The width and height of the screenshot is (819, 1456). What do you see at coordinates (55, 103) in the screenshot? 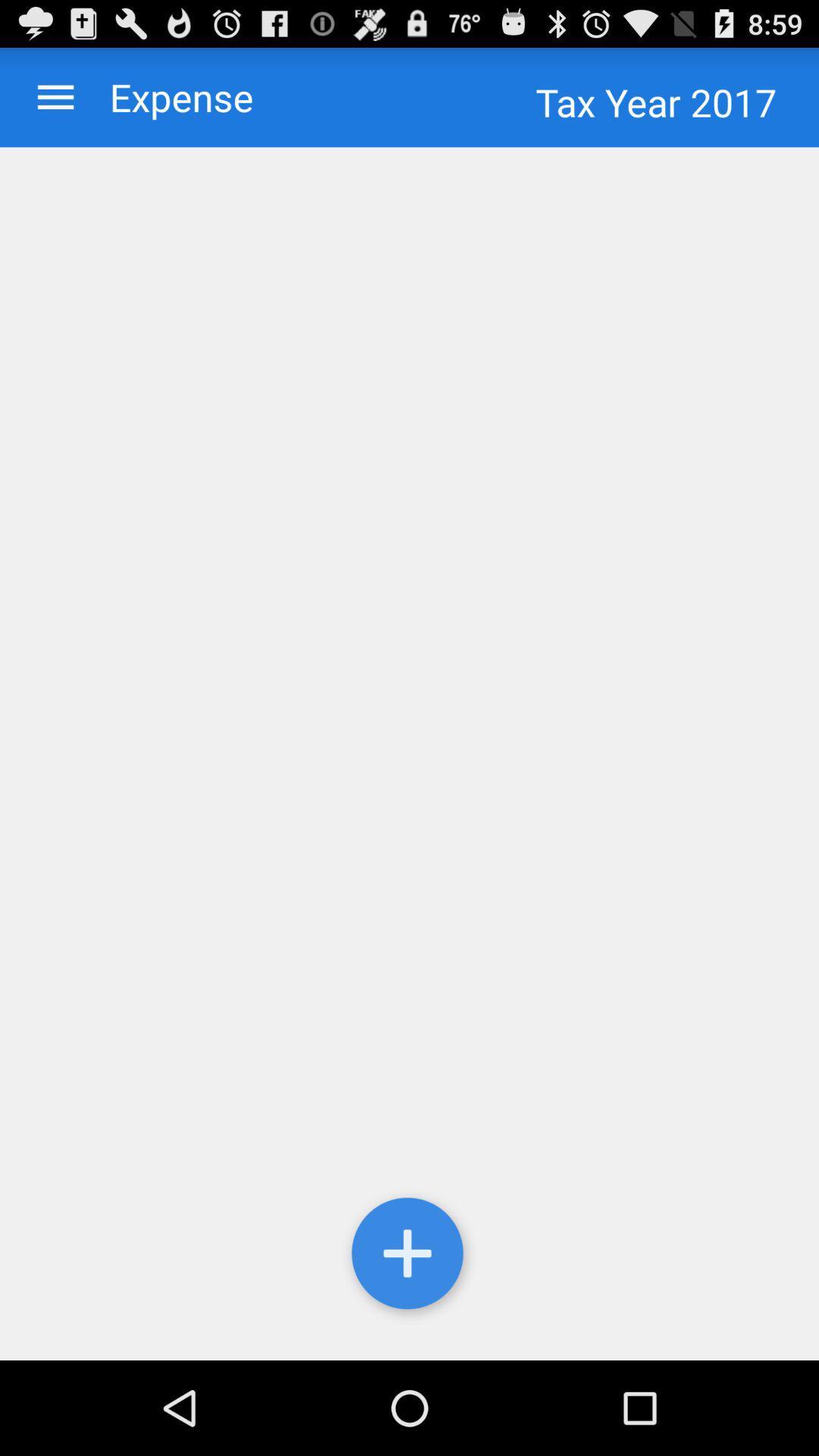
I see `the menu icon` at bounding box center [55, 103].